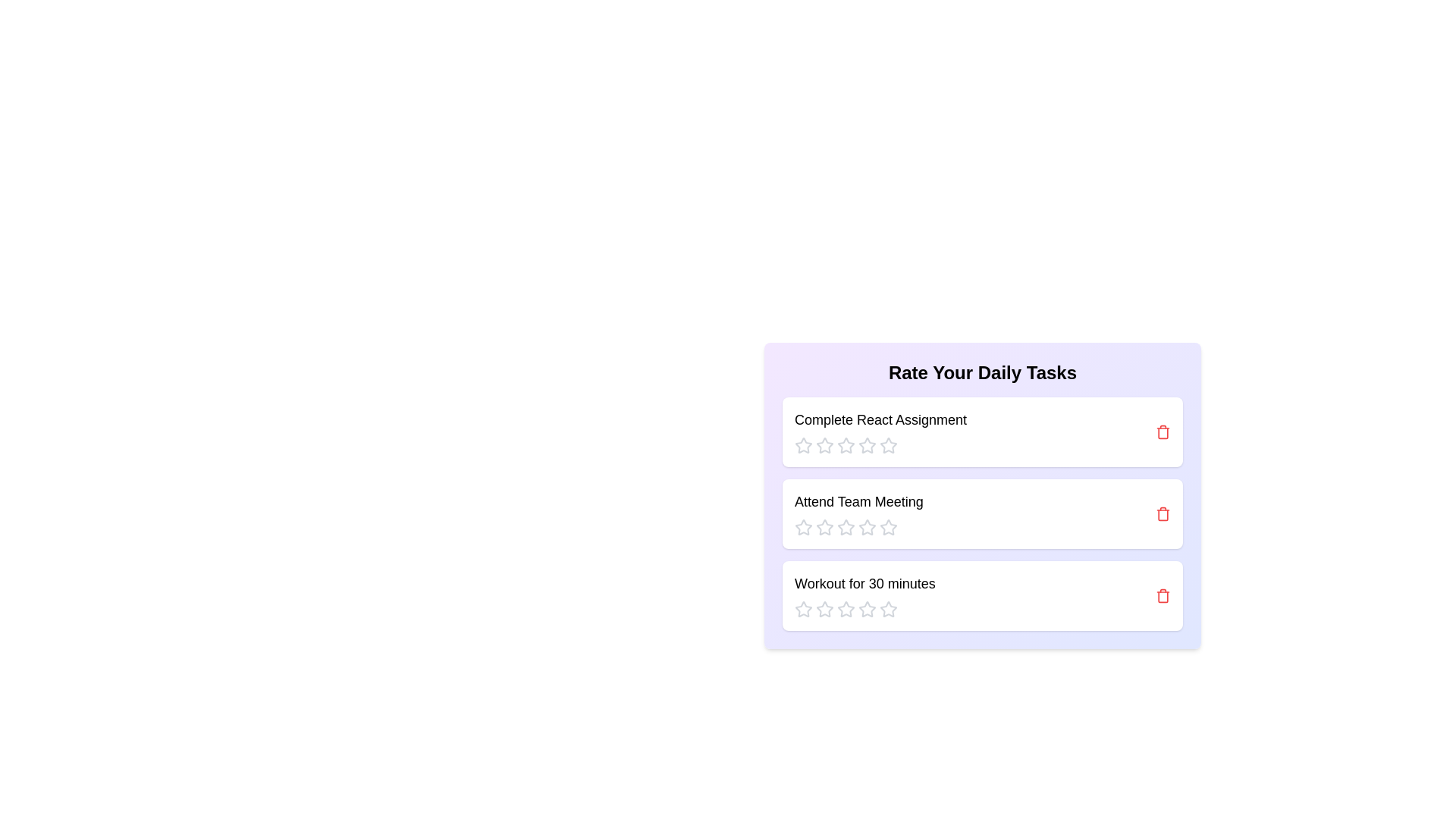 The image size is (1456, 819). I want to click on the rating for a task to 1 stars by clicking the corresponding star icon, so click(803, 444).